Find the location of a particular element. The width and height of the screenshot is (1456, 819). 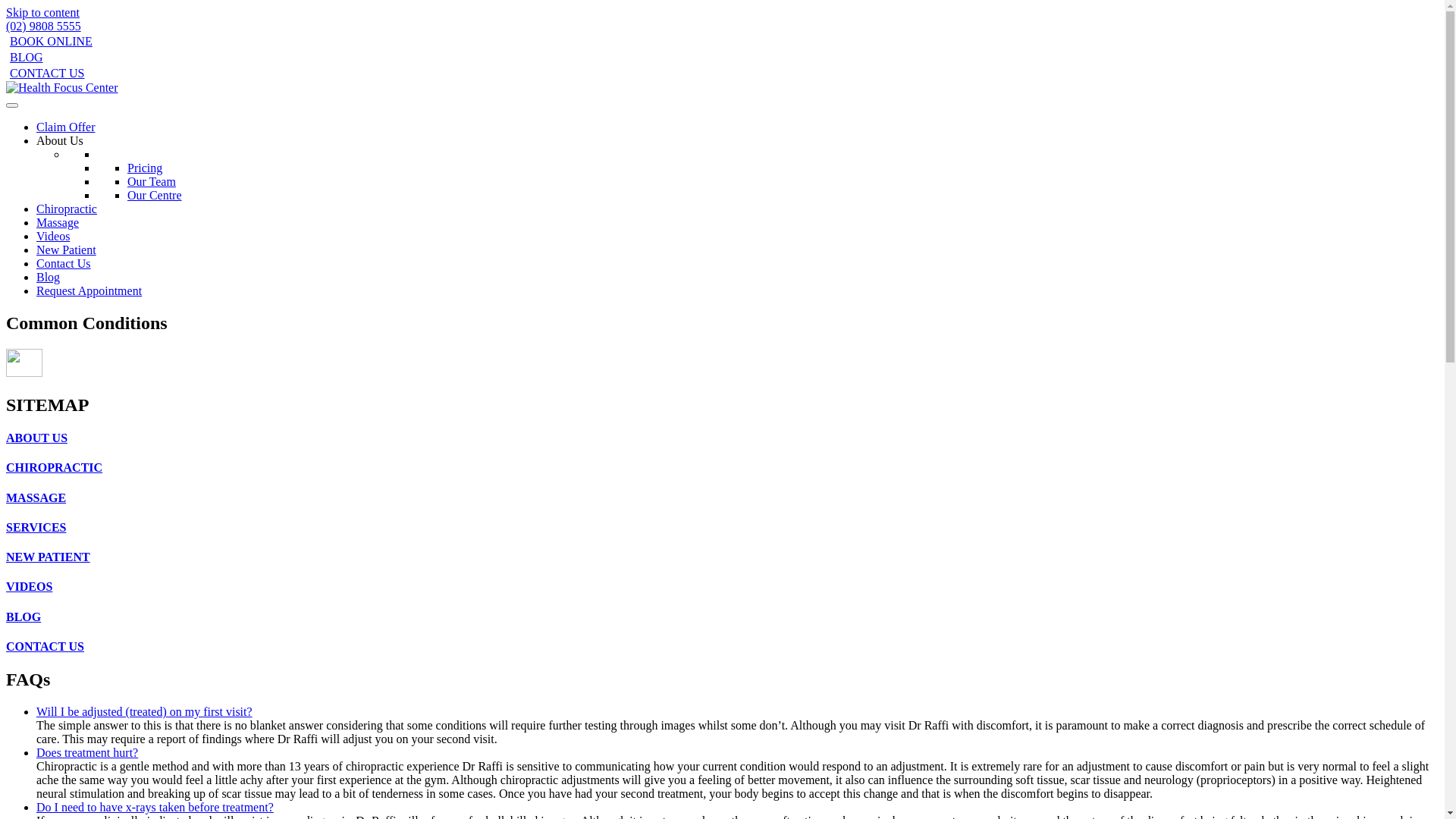

'Claim Offer' is located at coordinates (64, 126).